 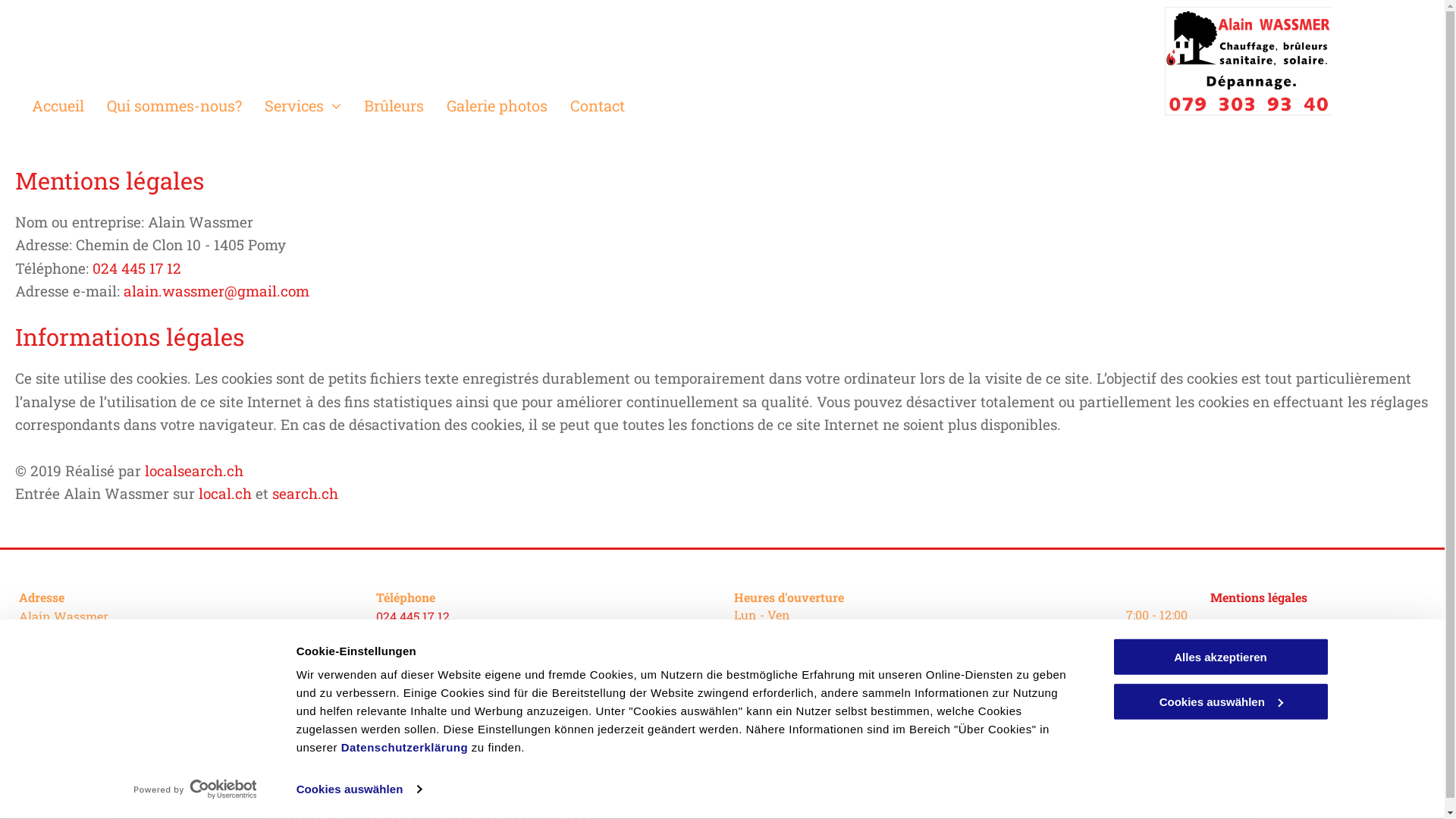 I want to click on 'Galerie photos', so click(x=446, y=104).